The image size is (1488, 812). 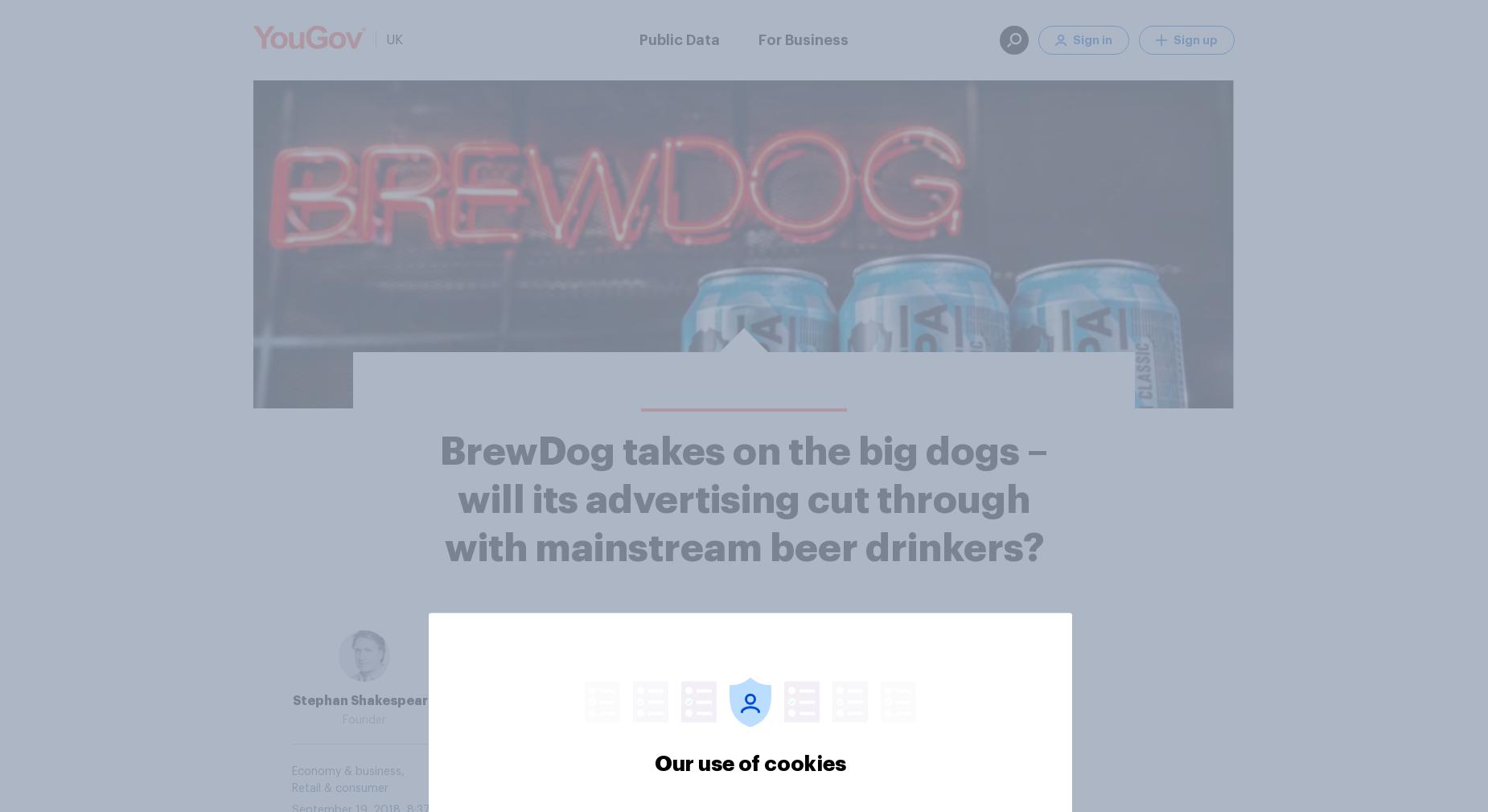 I want to click on 'Public Data', so click(x=680, y=38).